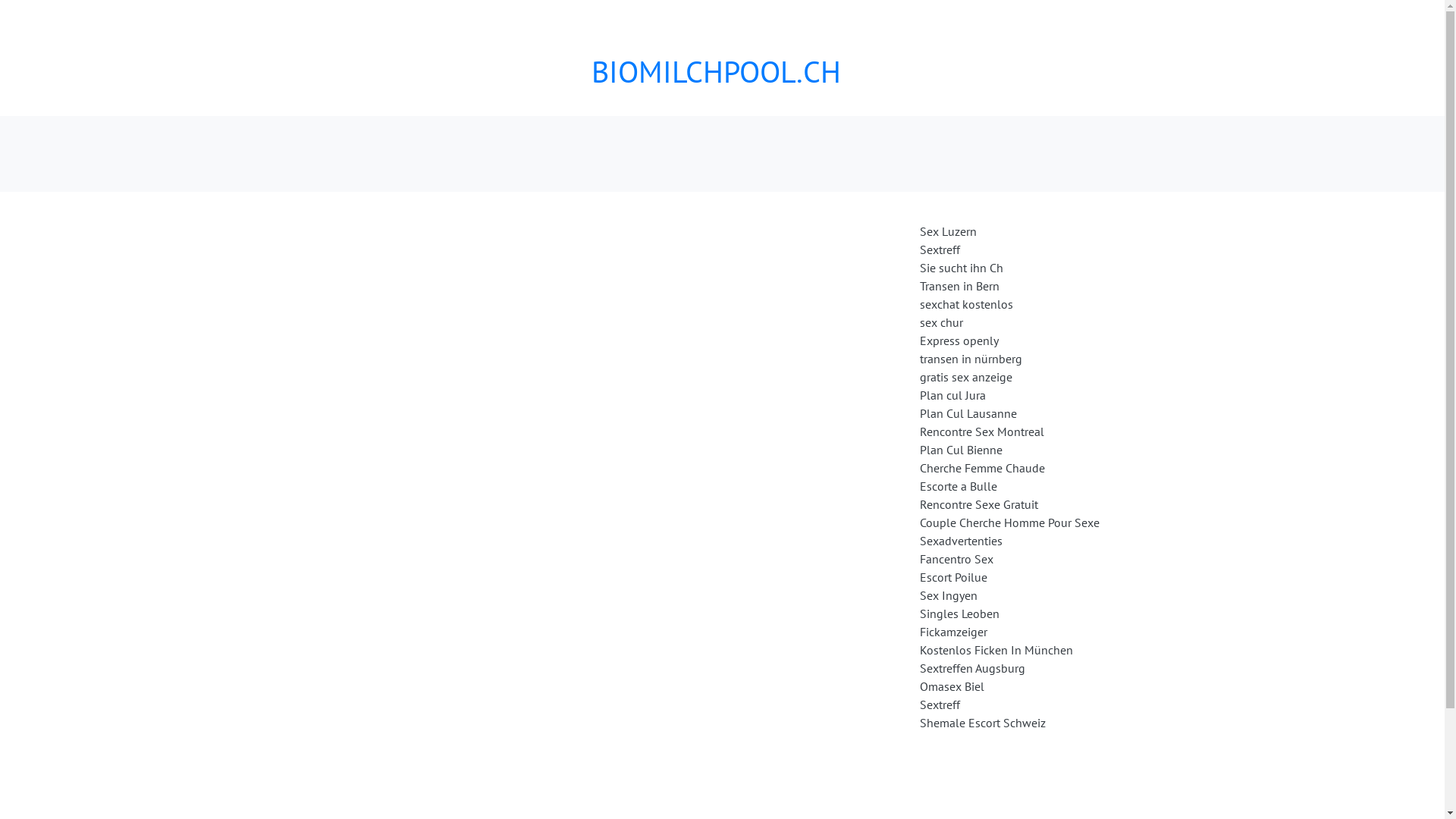 This screenshot has width=1456, height=819. Describe the element at coordinates (940, 321) in the screenshot. I see `'sex chur'` at that location.